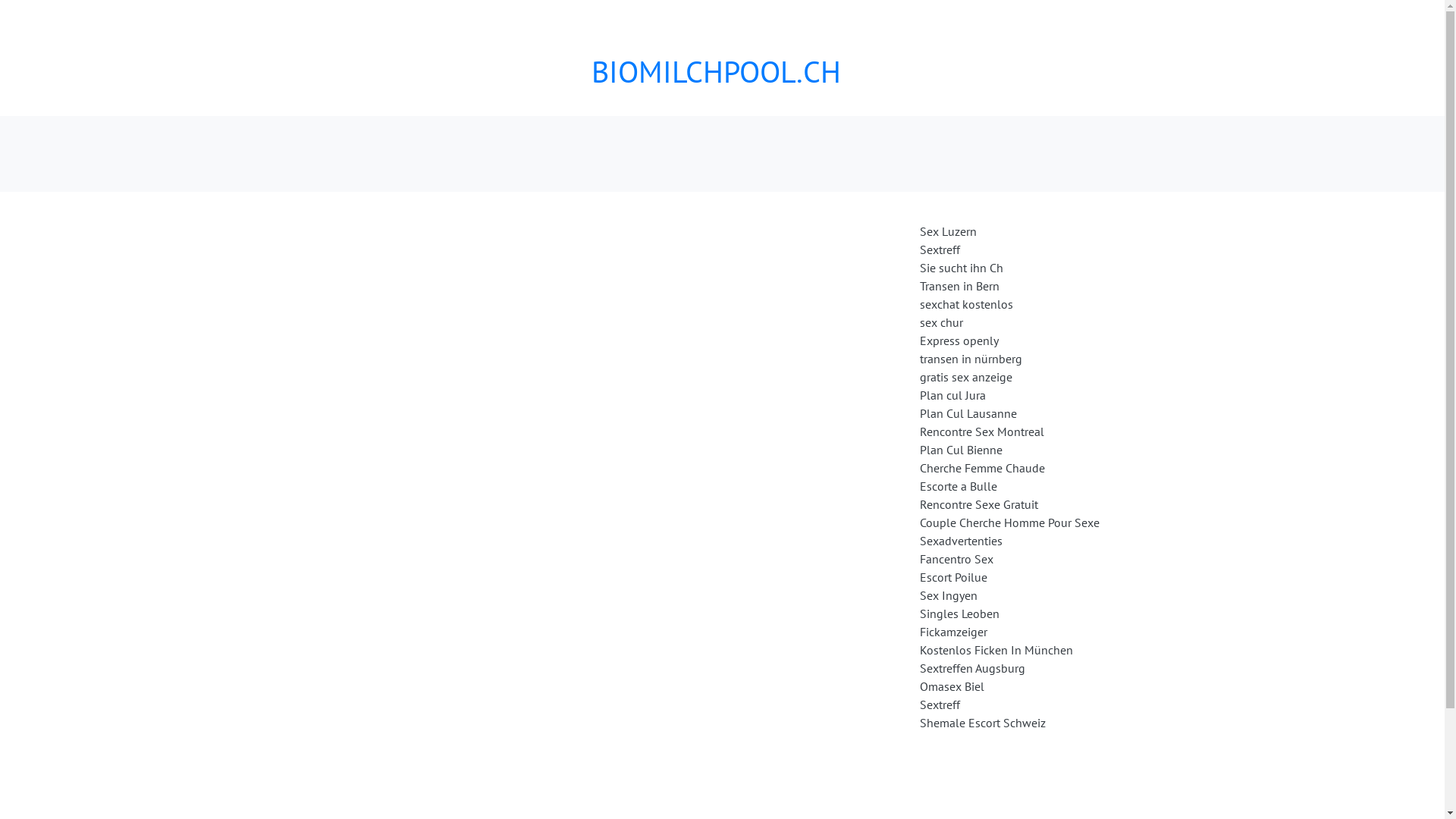 This screenshot has width=1456, height=819. Describe the element at coordinates (940, 321) in the screenshot. I see `'sex chur'` at that location.